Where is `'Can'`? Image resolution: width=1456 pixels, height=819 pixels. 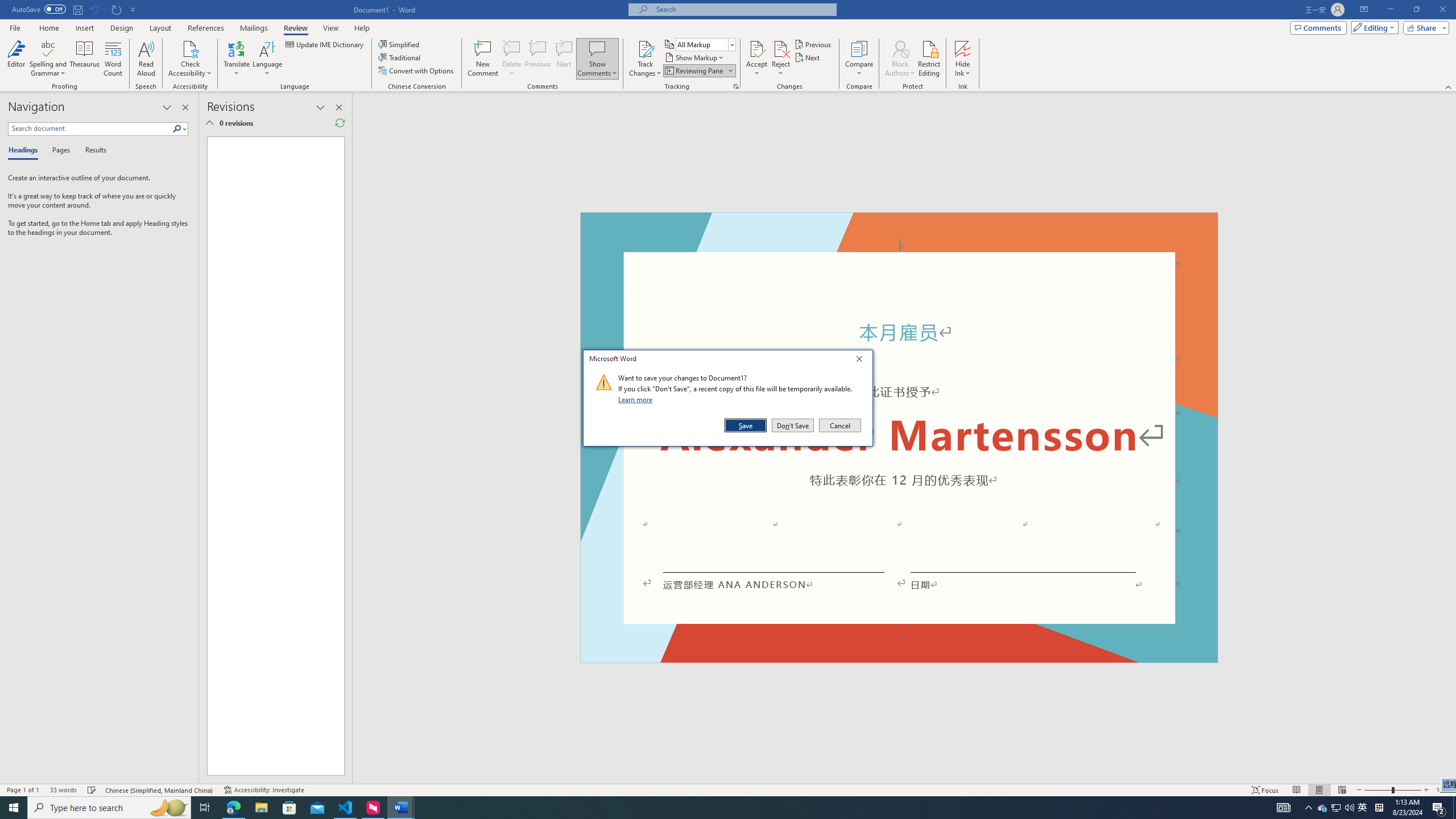
'Can' is located at coordinates (97, 9).